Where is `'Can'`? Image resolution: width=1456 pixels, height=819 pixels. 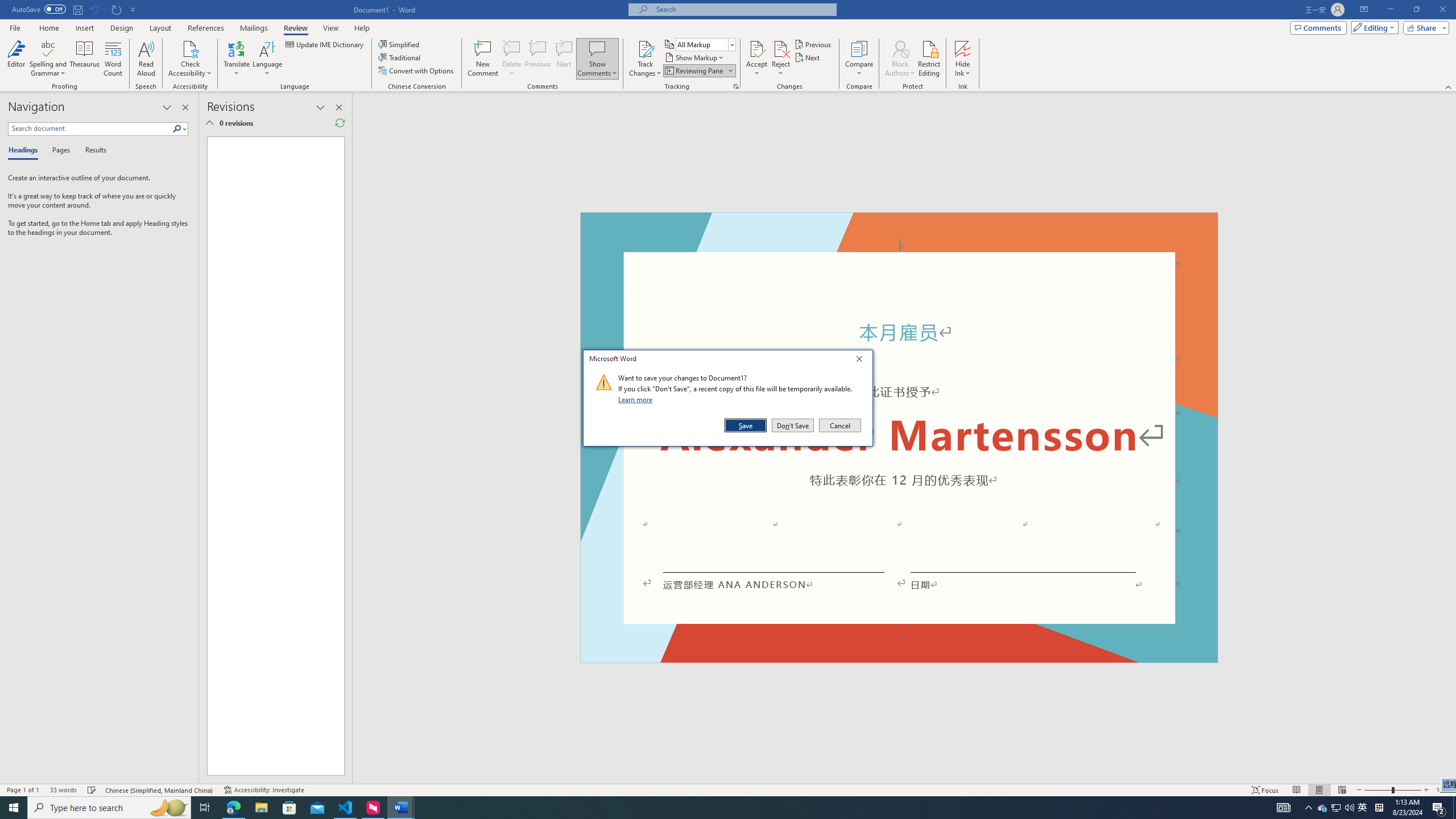
'Can' is located at coordinates (97, 9).